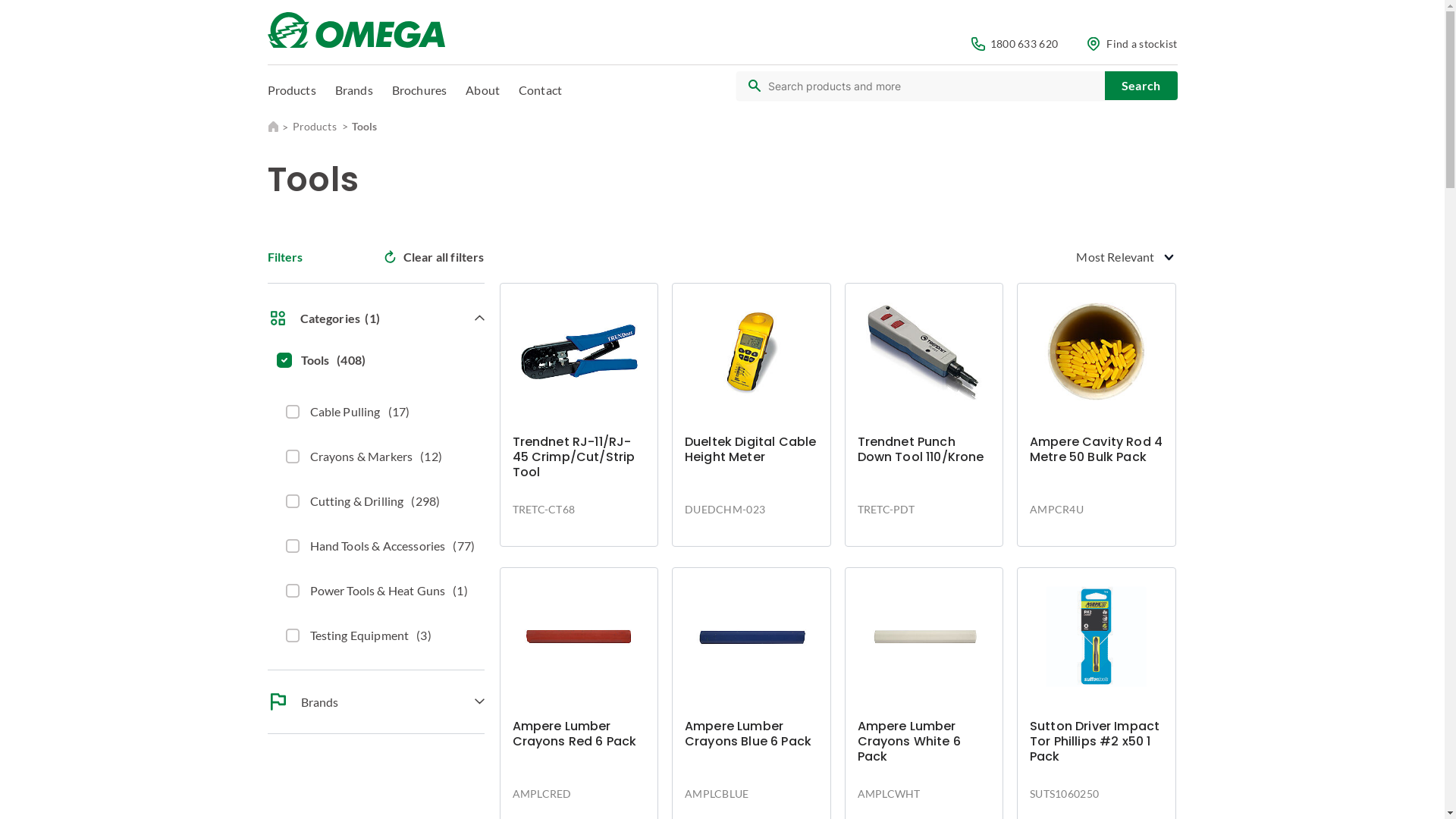  What do you see at coordinates (540, 89) in the screenshot?
I see `'Contact'` at bounding box center [540, 89].